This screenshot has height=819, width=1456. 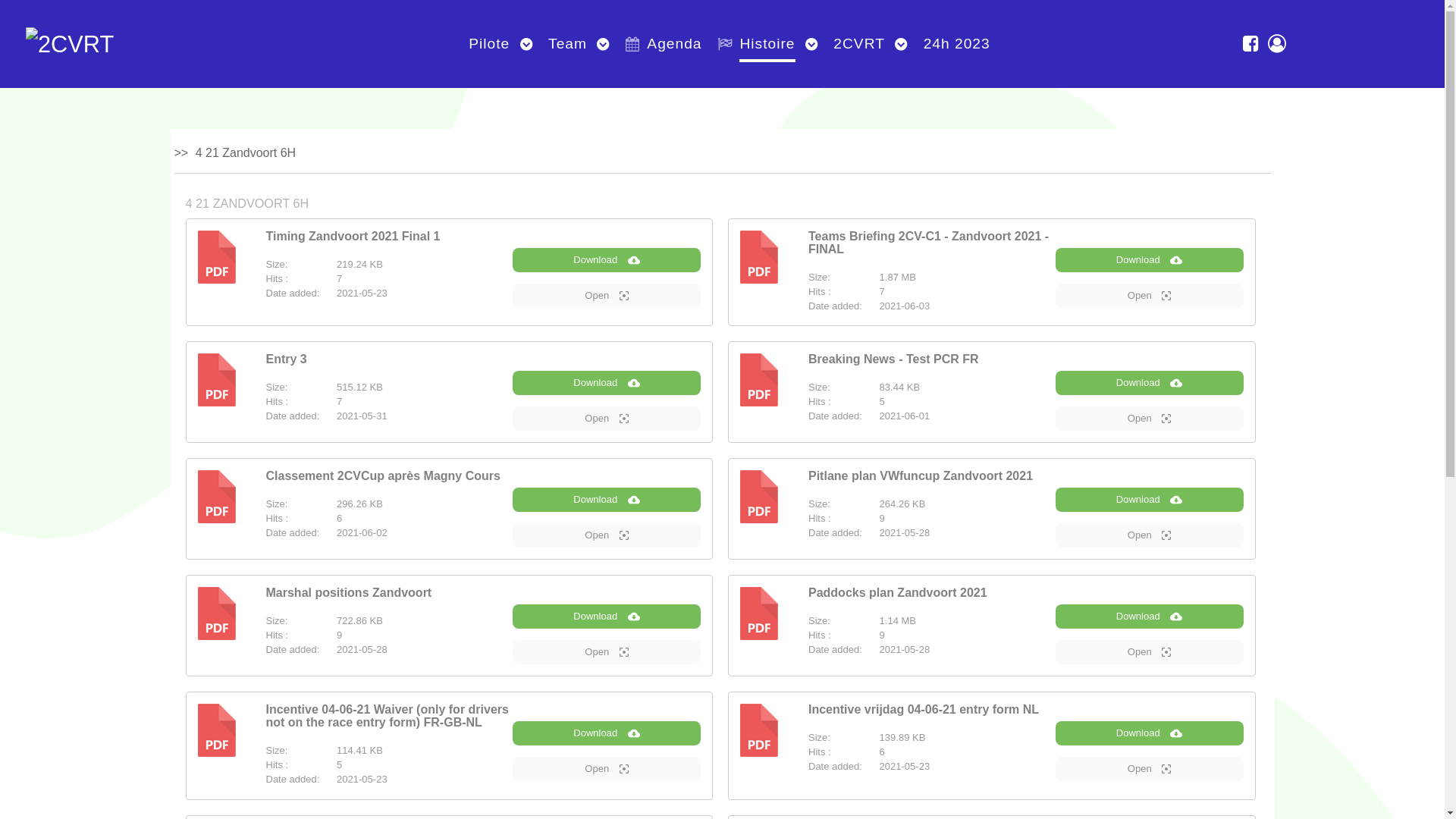 I want to click on 'Entry 3', so click(x=286, y=359).